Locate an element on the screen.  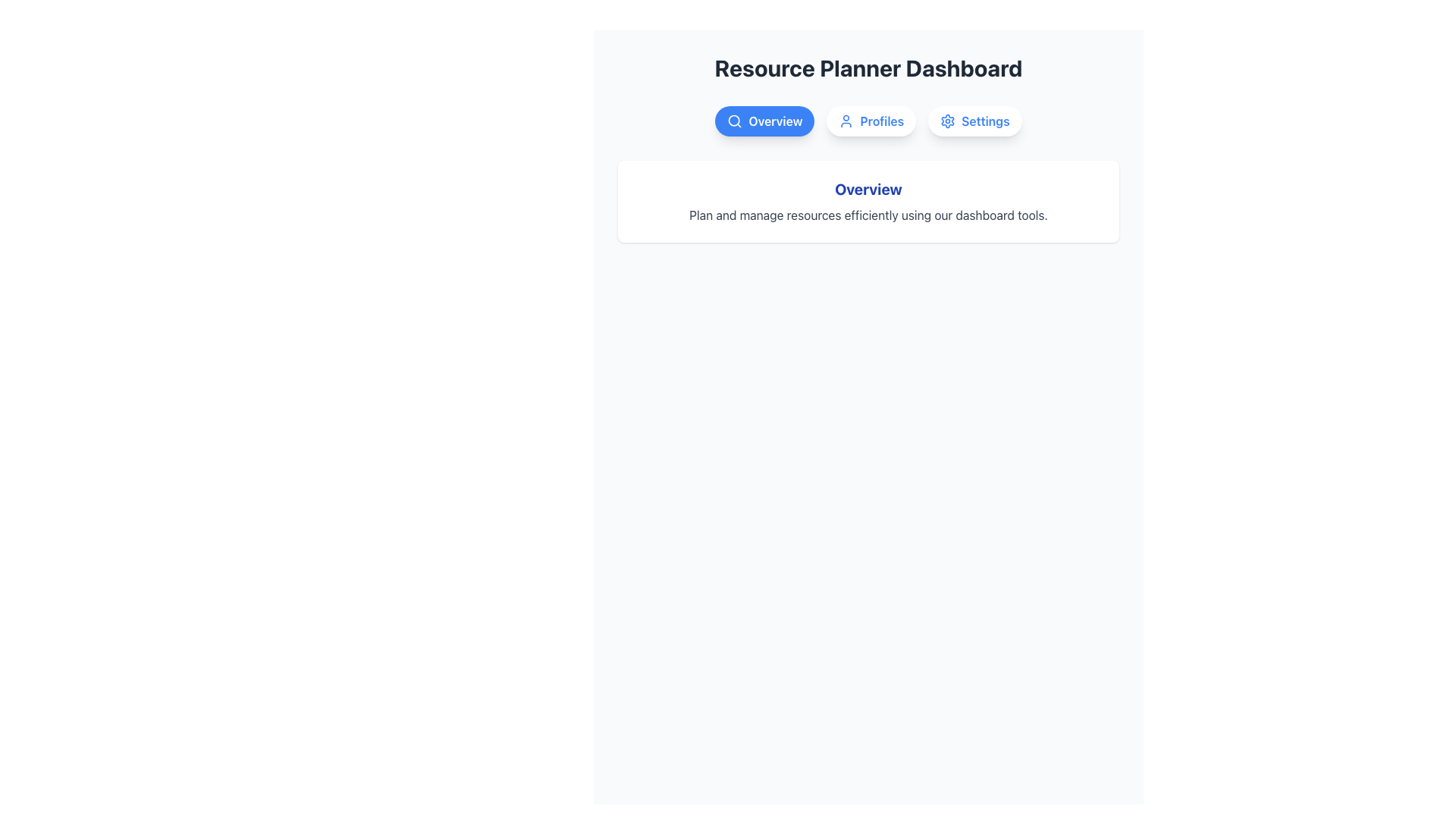
the descriptive text element located below the 'Overview' header to interact with it, even though it appears to be non-interactive is located at coordinates (868, 215).